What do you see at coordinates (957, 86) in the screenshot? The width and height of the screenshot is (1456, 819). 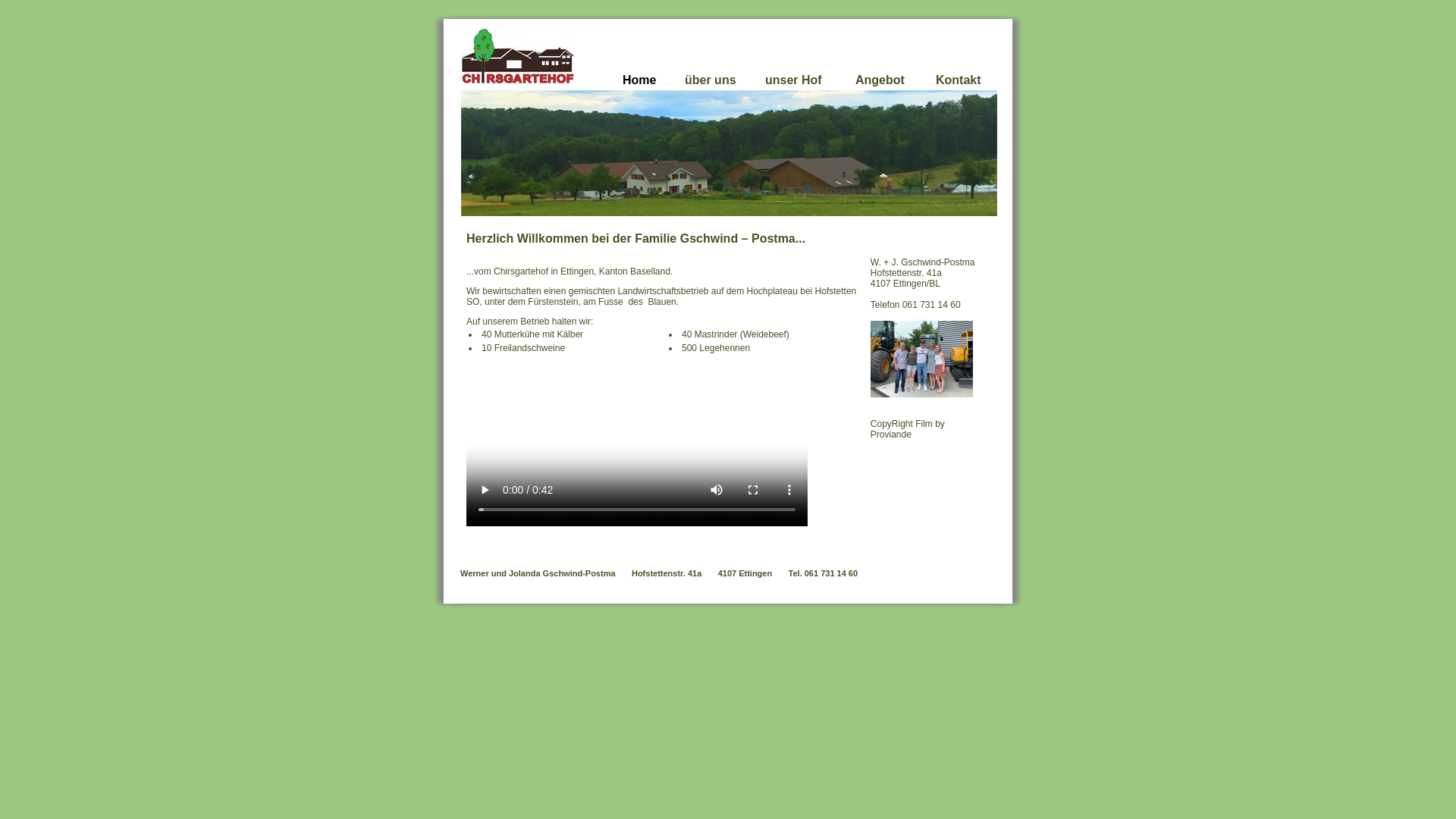 I see `'Kontakt'` at bounding box center [957, 86].